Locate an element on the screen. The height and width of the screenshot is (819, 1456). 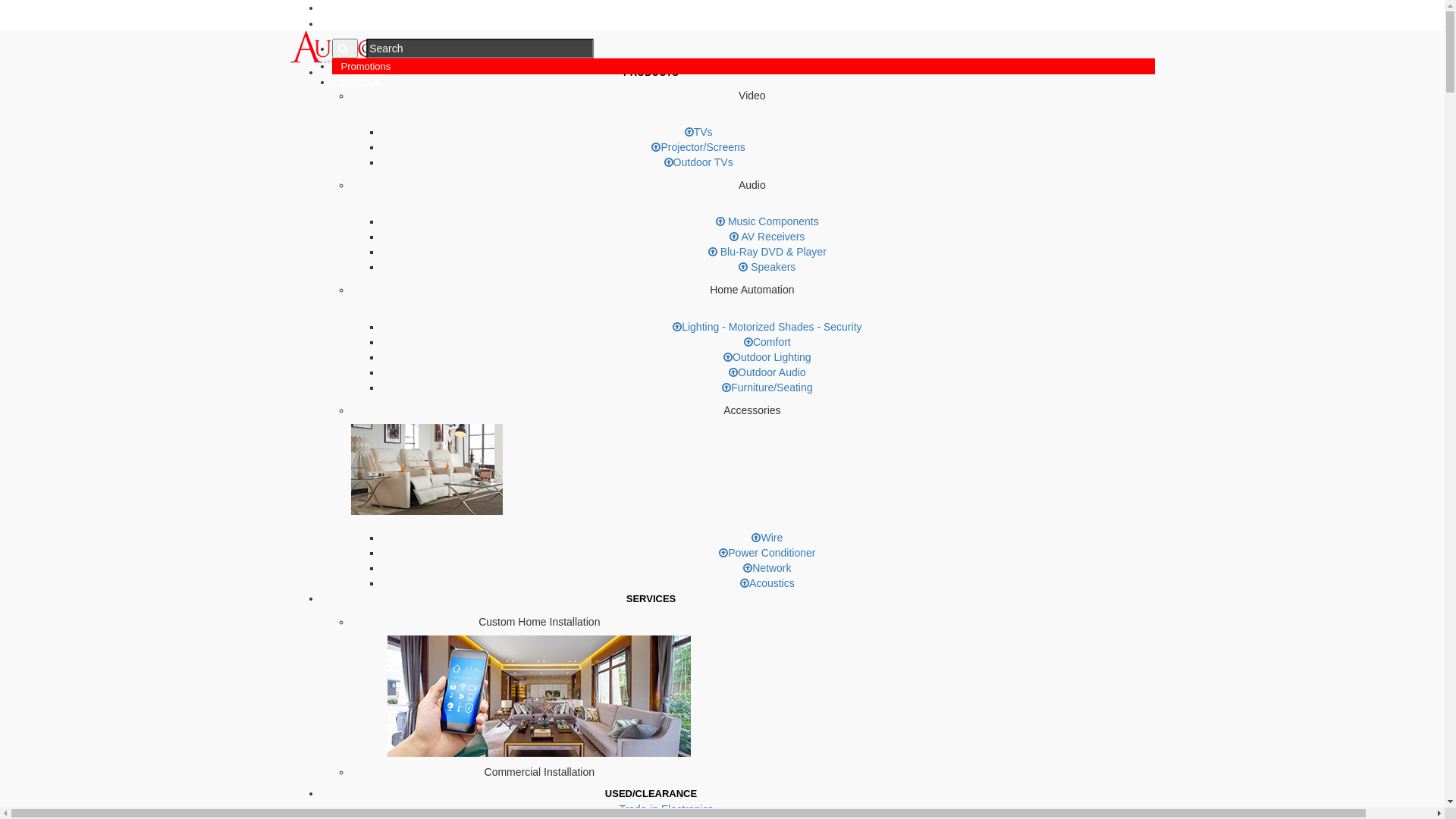
'PRODUCTS' is located at coordinates (651, 72).